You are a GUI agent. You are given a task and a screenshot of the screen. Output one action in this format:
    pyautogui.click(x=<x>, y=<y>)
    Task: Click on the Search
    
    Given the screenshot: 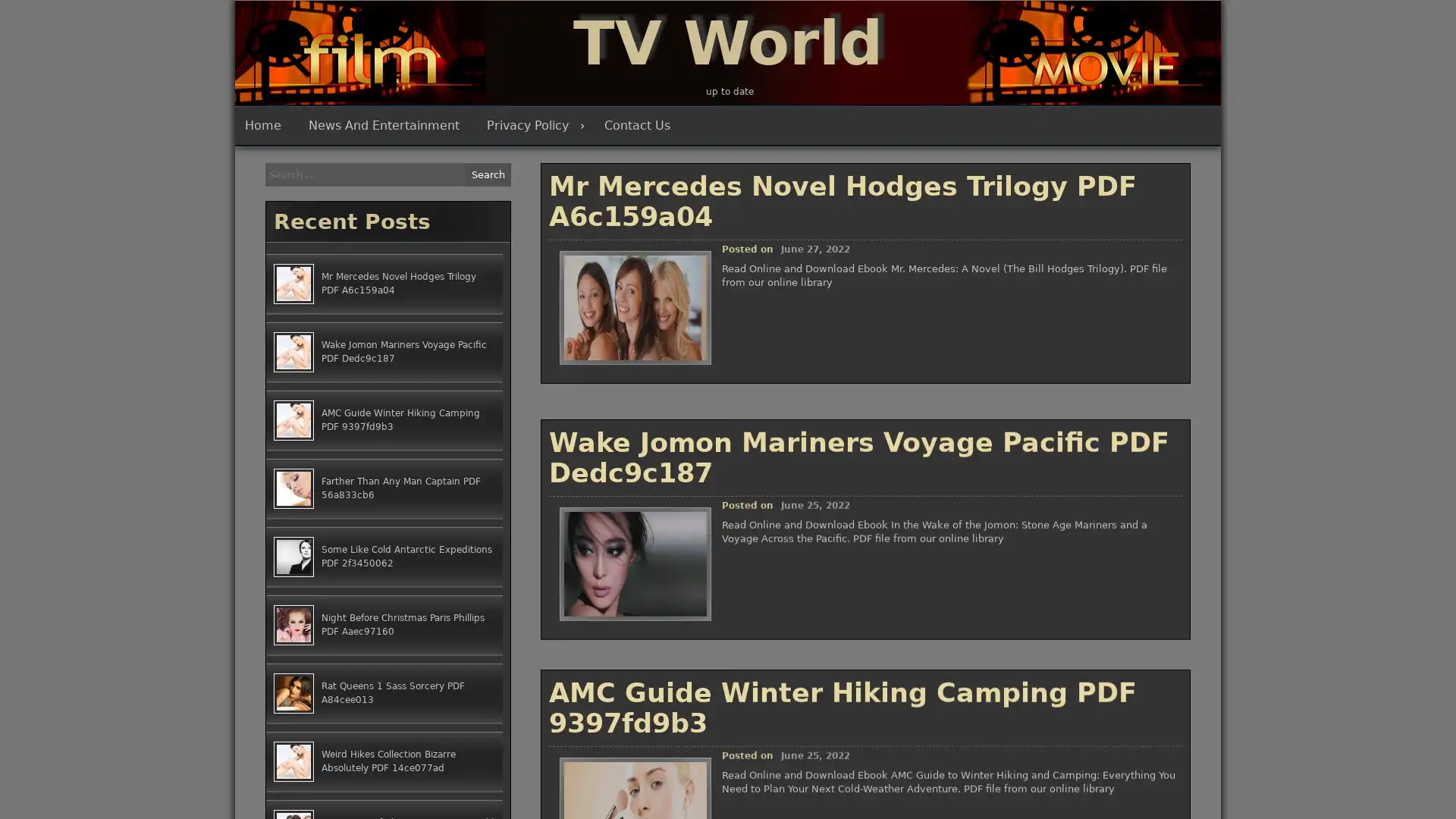 What is the action you would take?
    pyautogui.click(x=488, y=174)
    